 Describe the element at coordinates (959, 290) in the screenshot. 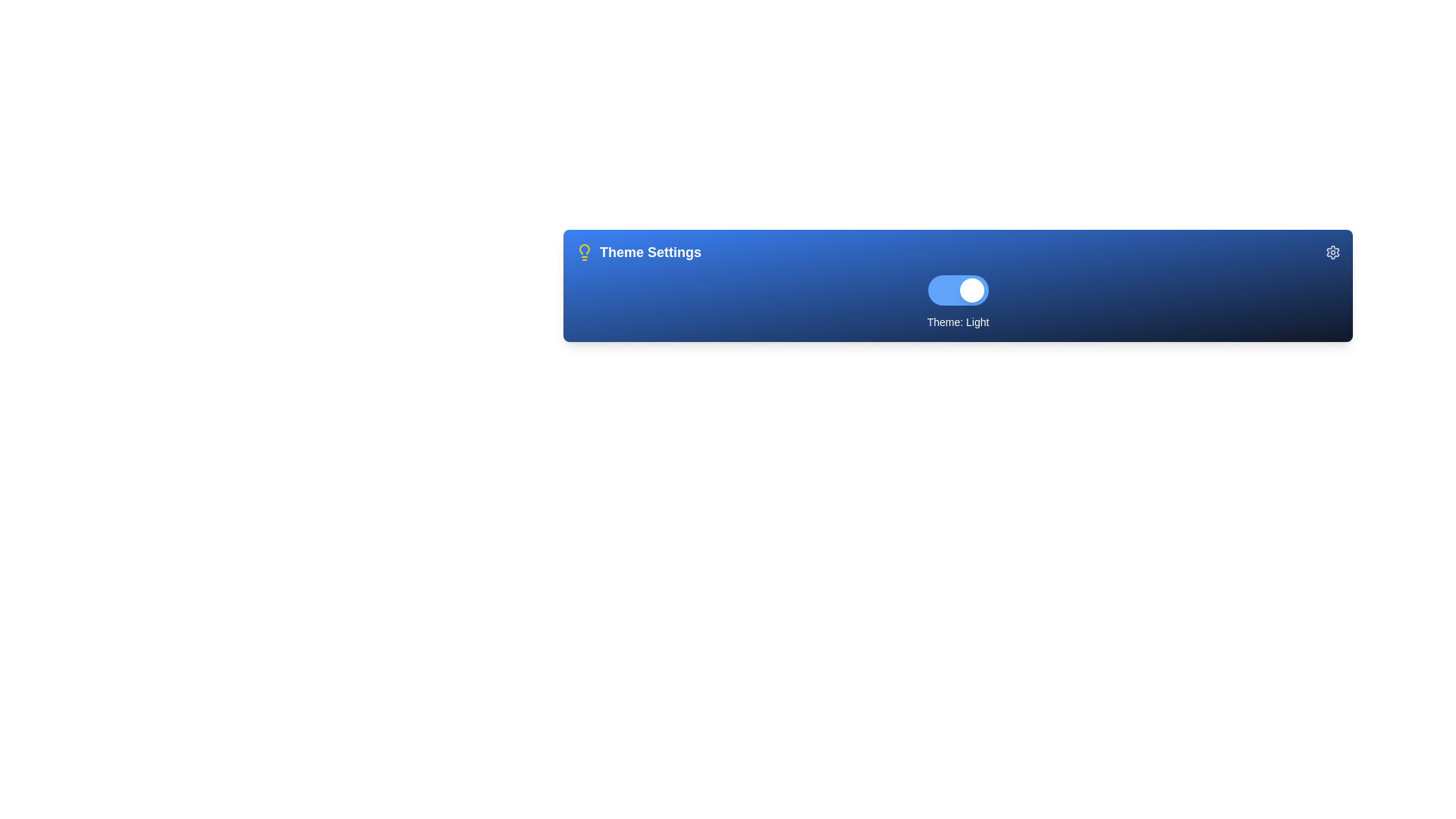

I see `the toggle` at that location.